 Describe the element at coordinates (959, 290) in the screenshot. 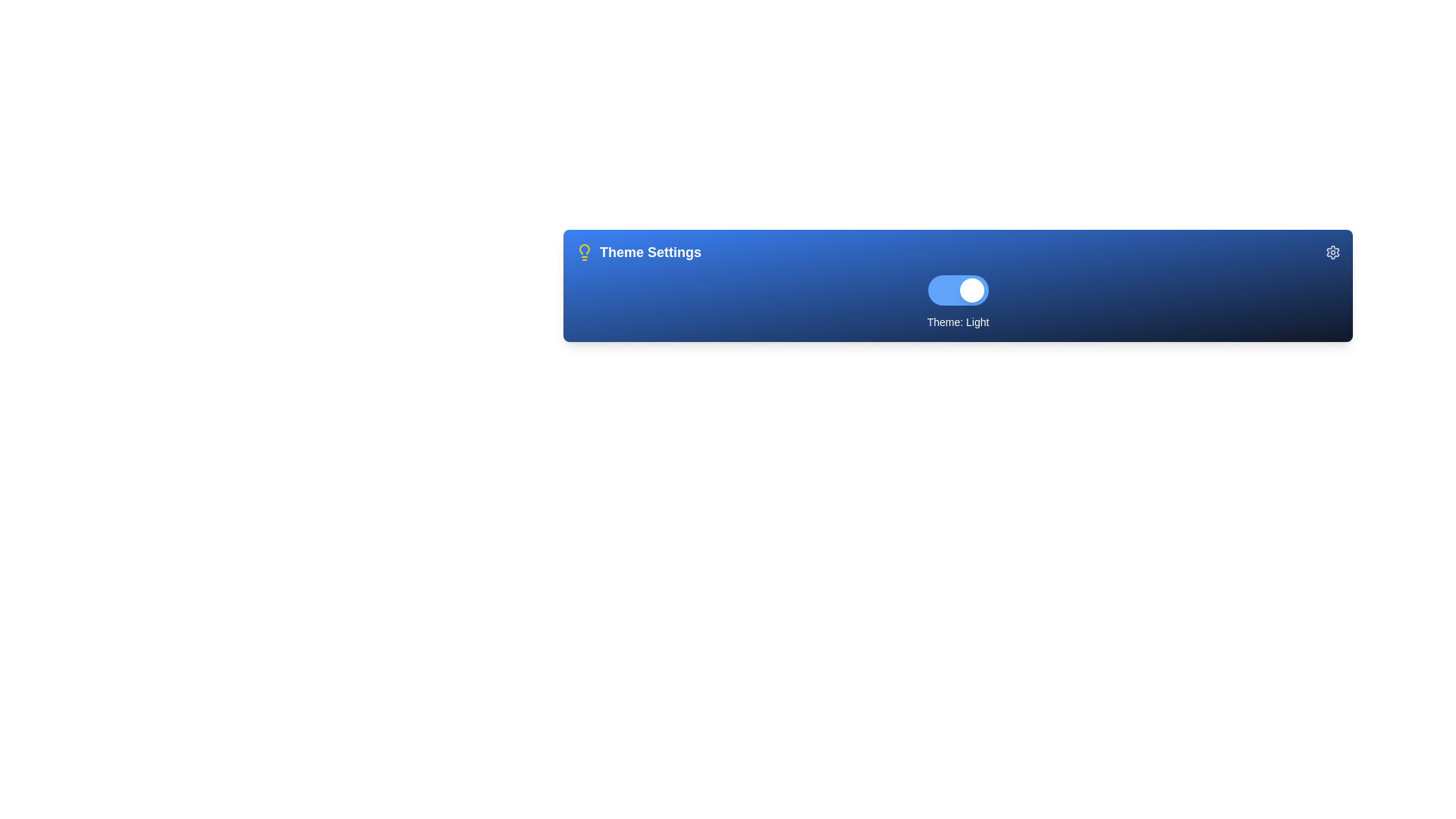

I see `the toggle` at that location.